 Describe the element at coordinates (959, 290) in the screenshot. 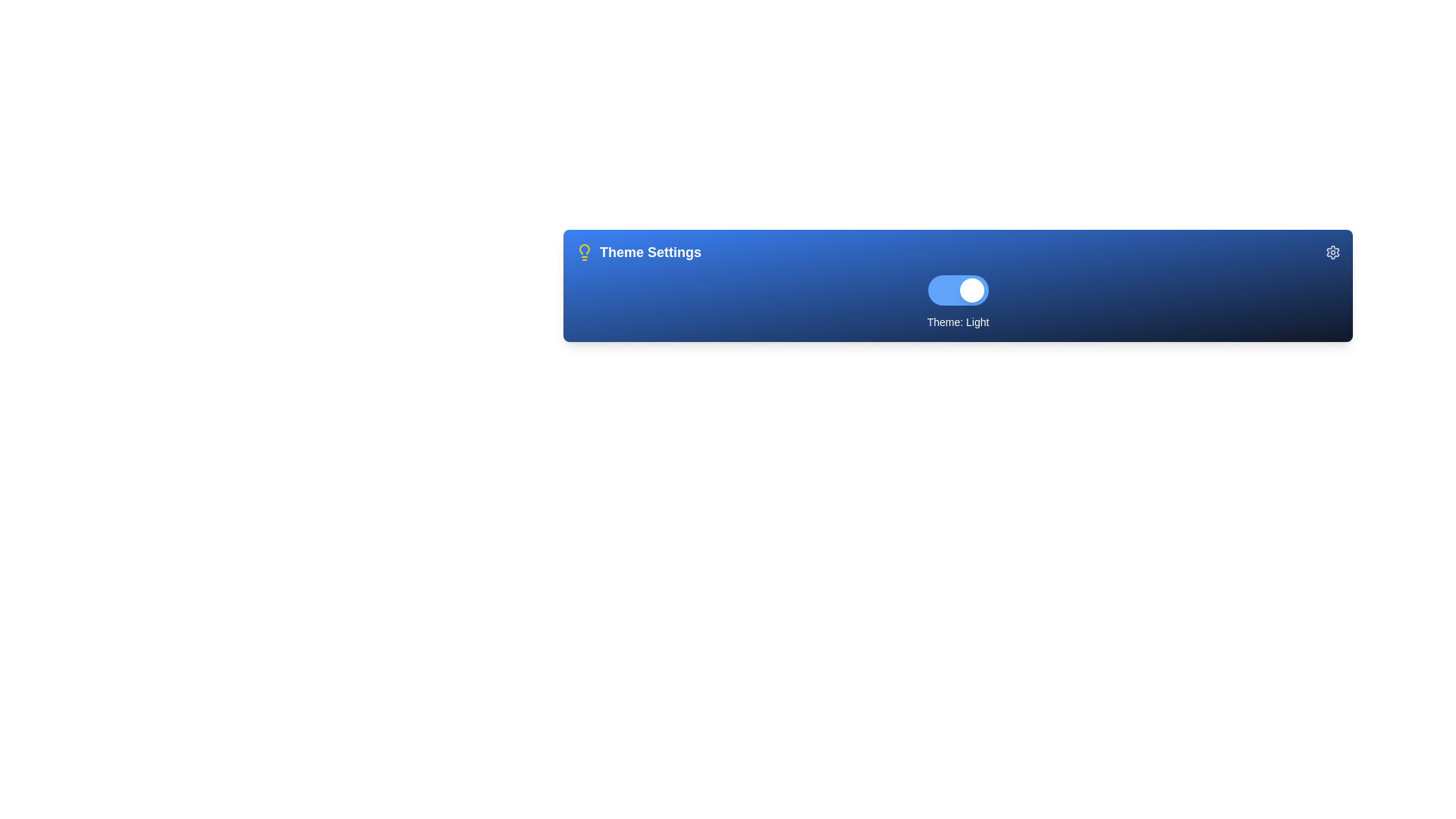

I see `the toggle` at that location.